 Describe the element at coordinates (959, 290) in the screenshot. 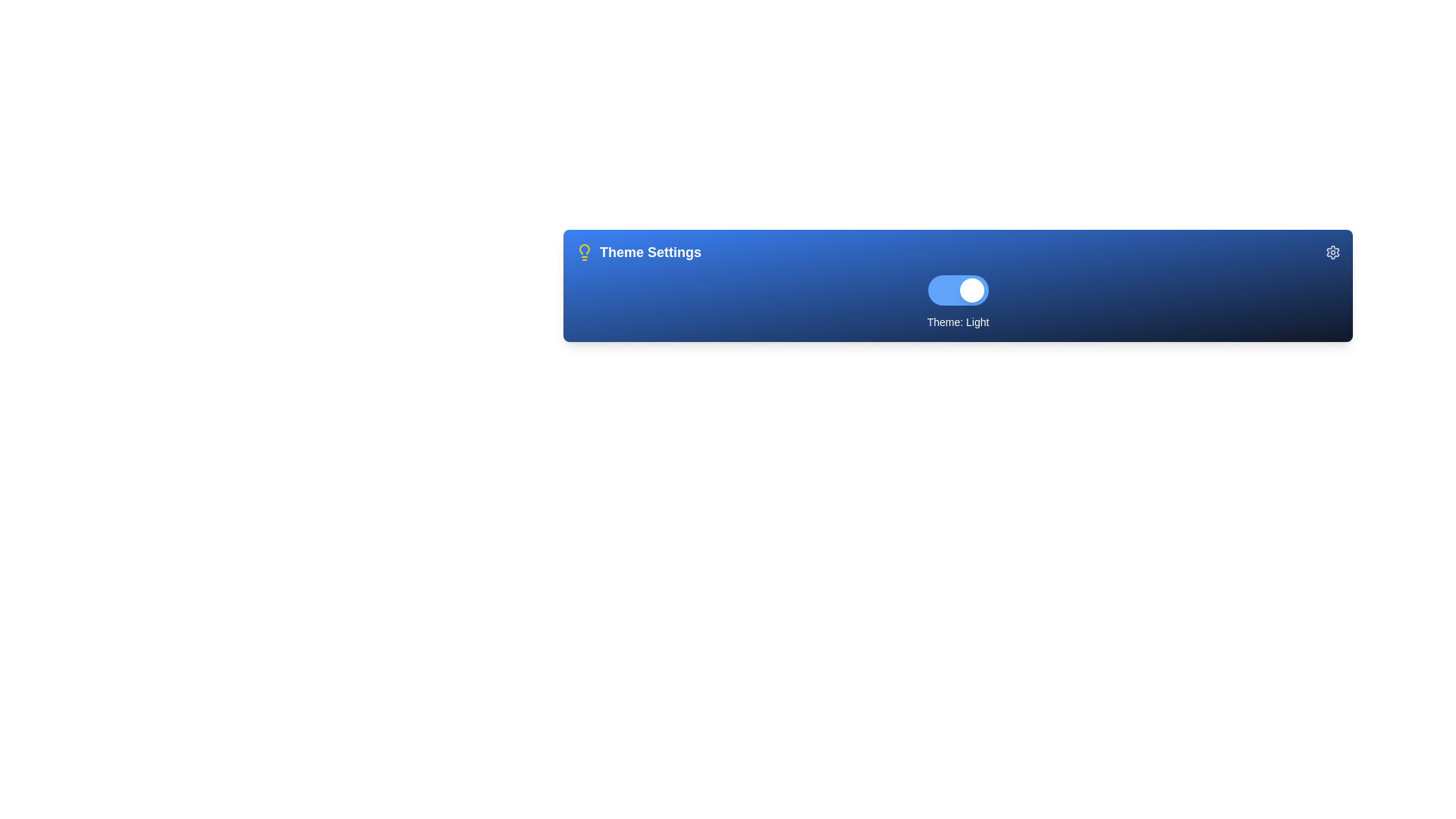

I see `the toggle` at that location.